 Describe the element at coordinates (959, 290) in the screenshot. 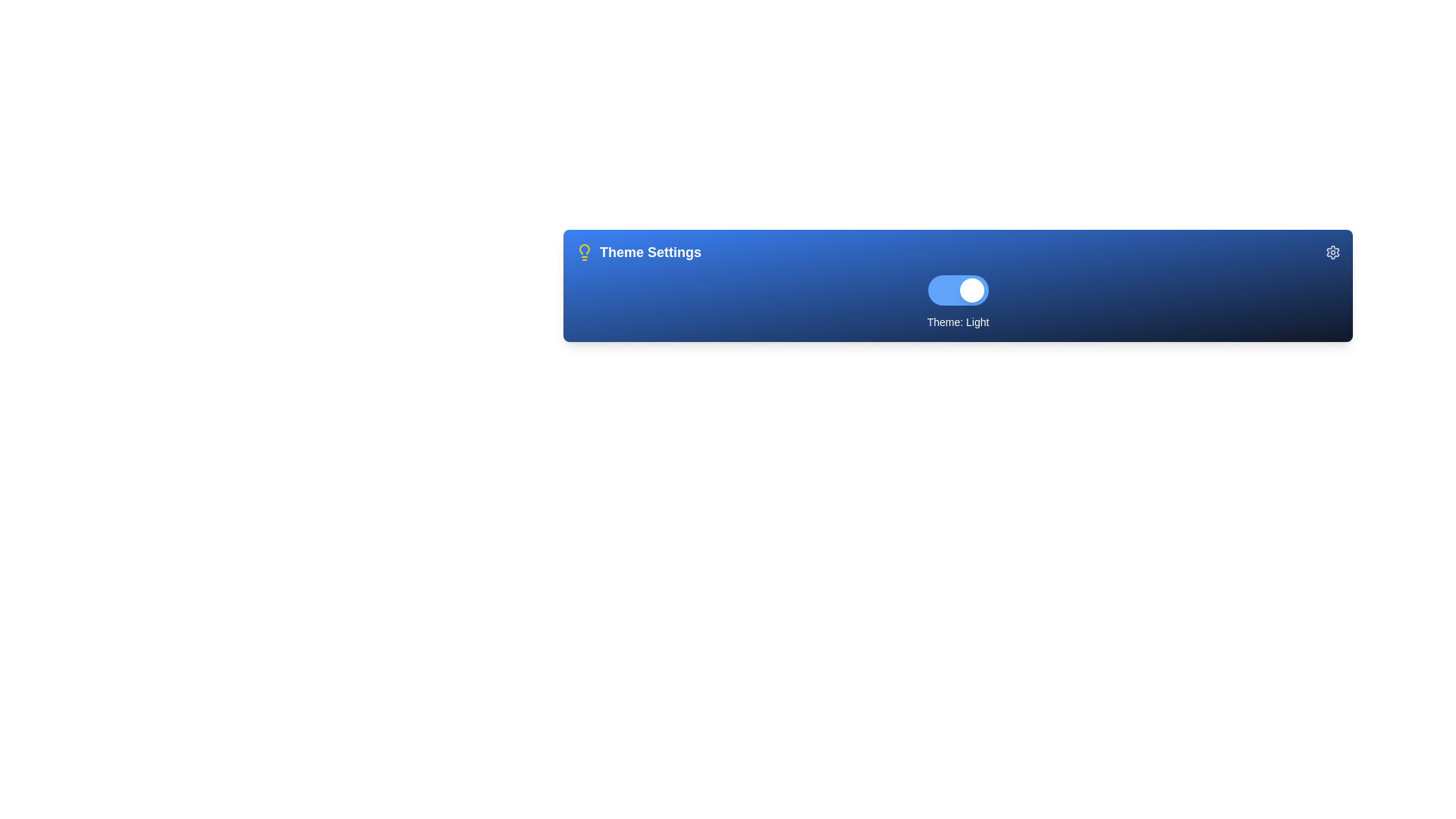

I see `the toggle` at that location.